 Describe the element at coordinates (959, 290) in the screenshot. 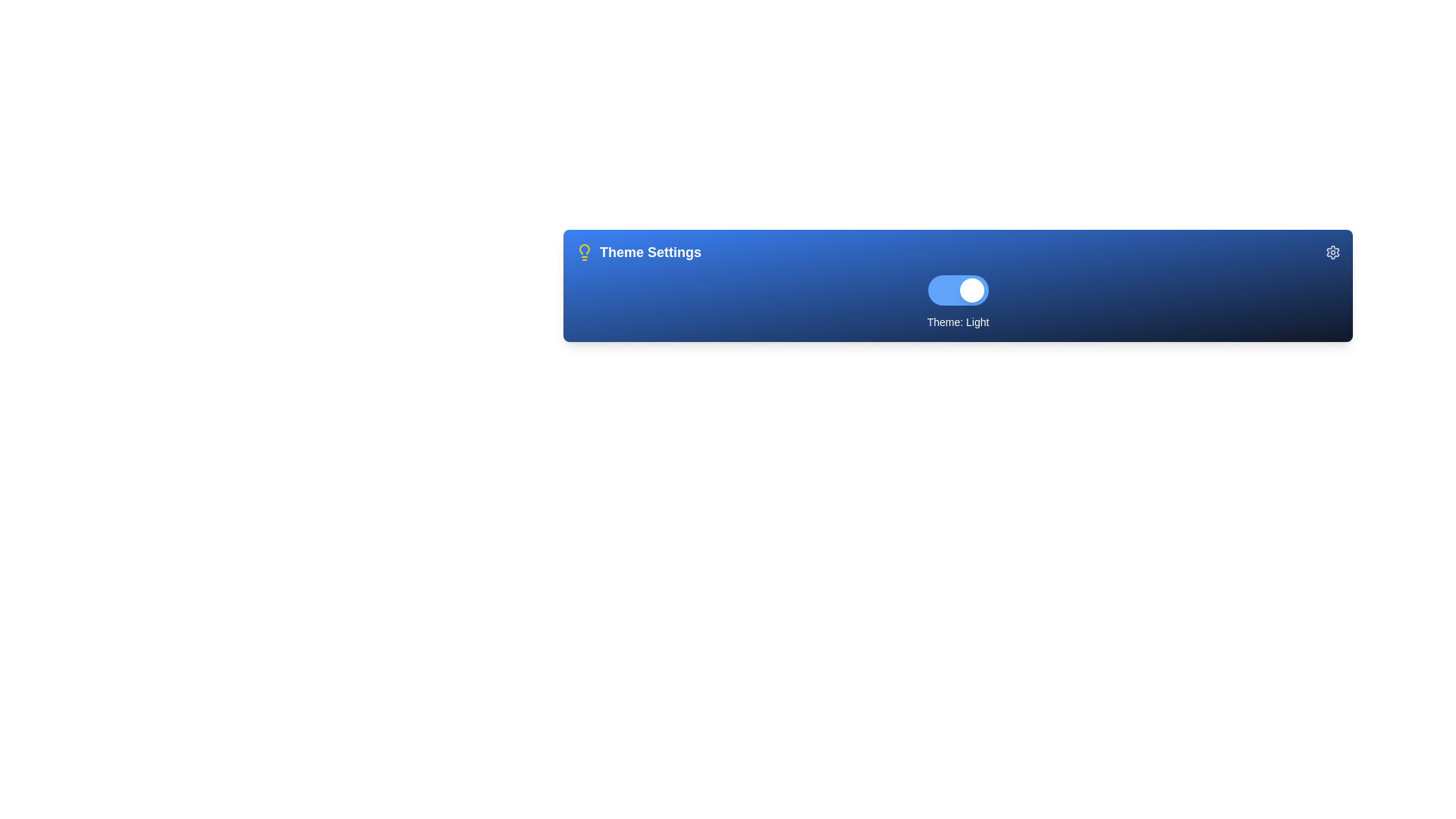

I see `the toggle` at that location.